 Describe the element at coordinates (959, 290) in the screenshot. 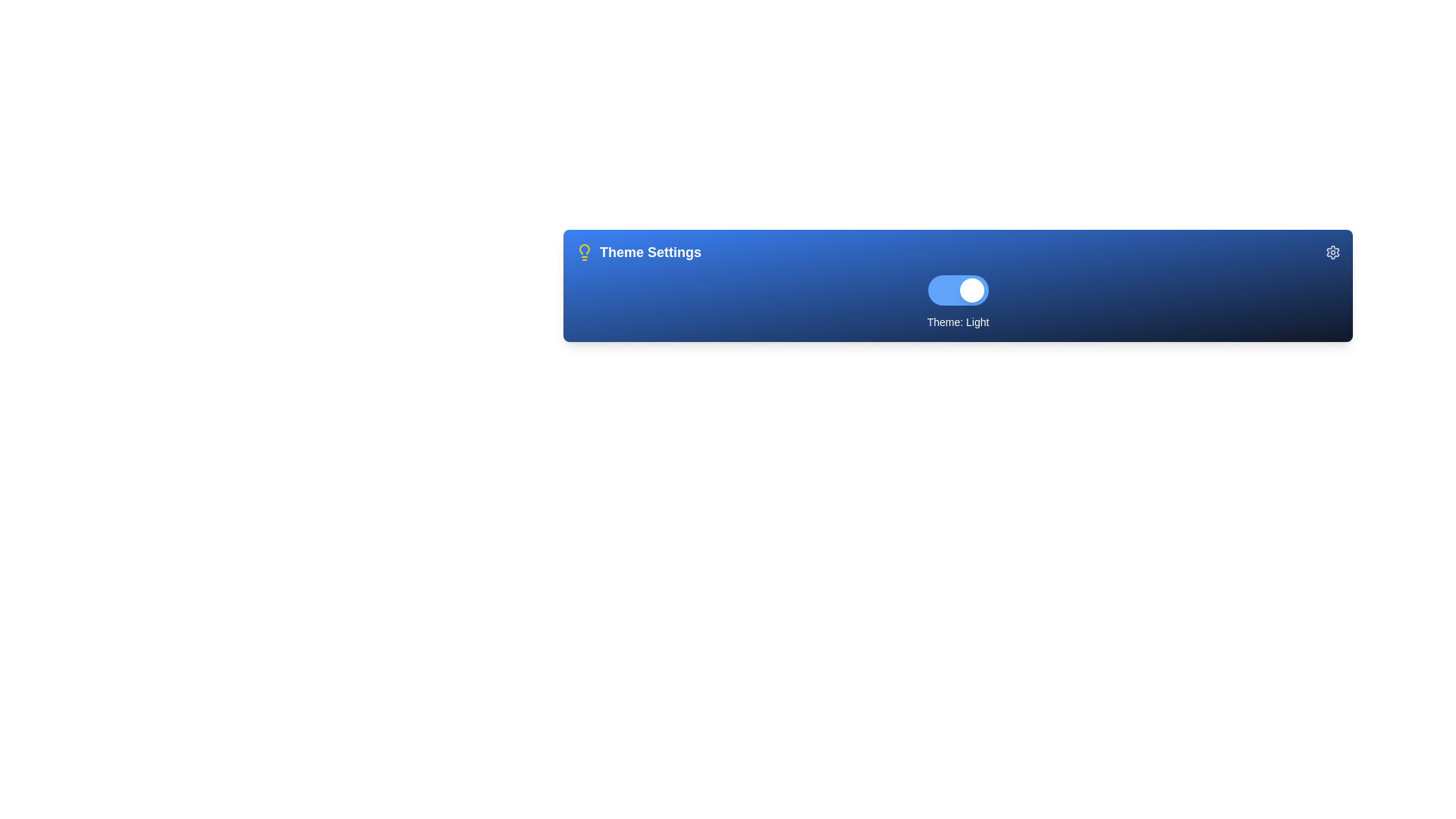

I see `the toggle` at that location.